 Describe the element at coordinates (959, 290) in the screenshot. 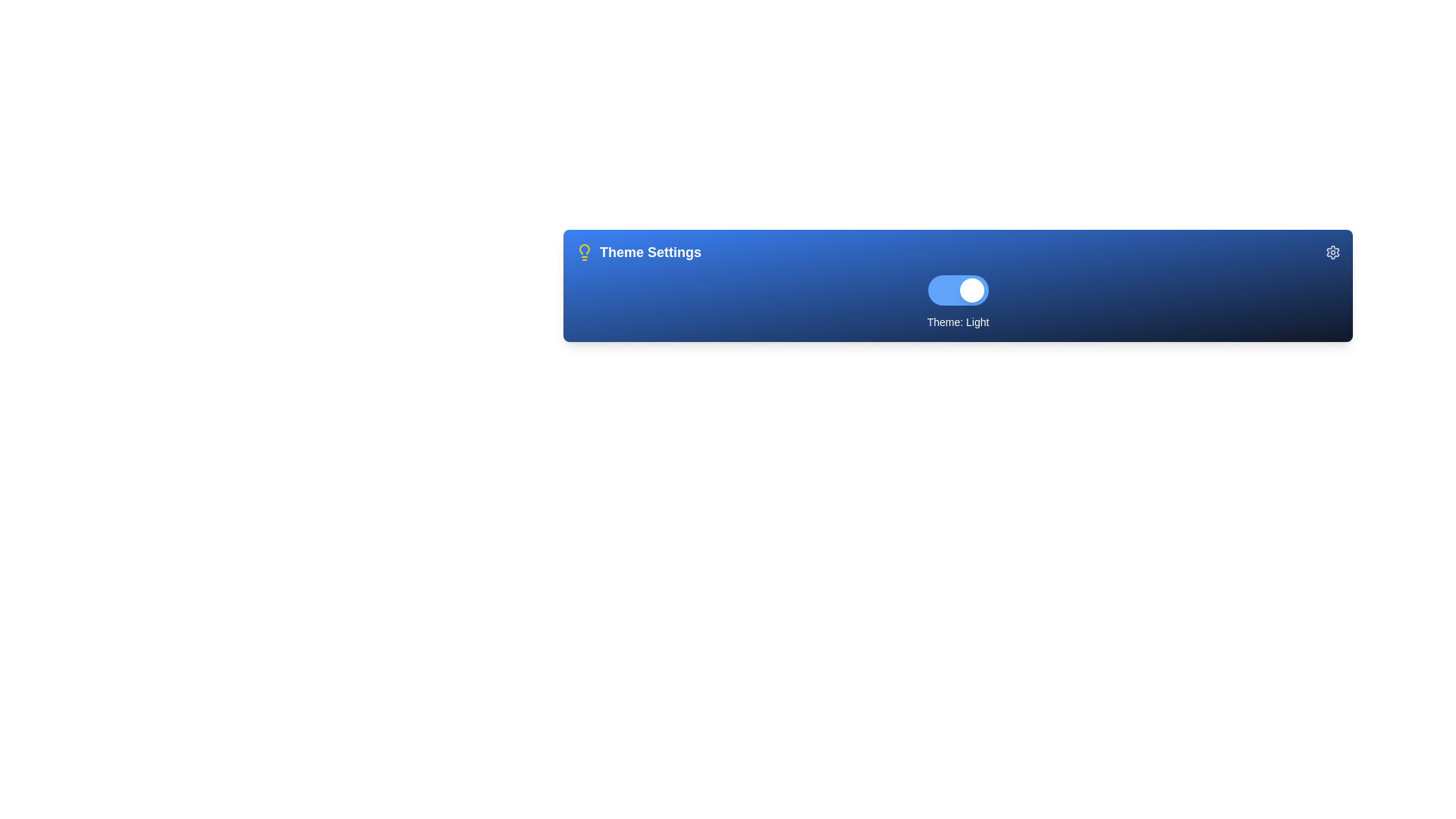

I see `the toggle` at that location.